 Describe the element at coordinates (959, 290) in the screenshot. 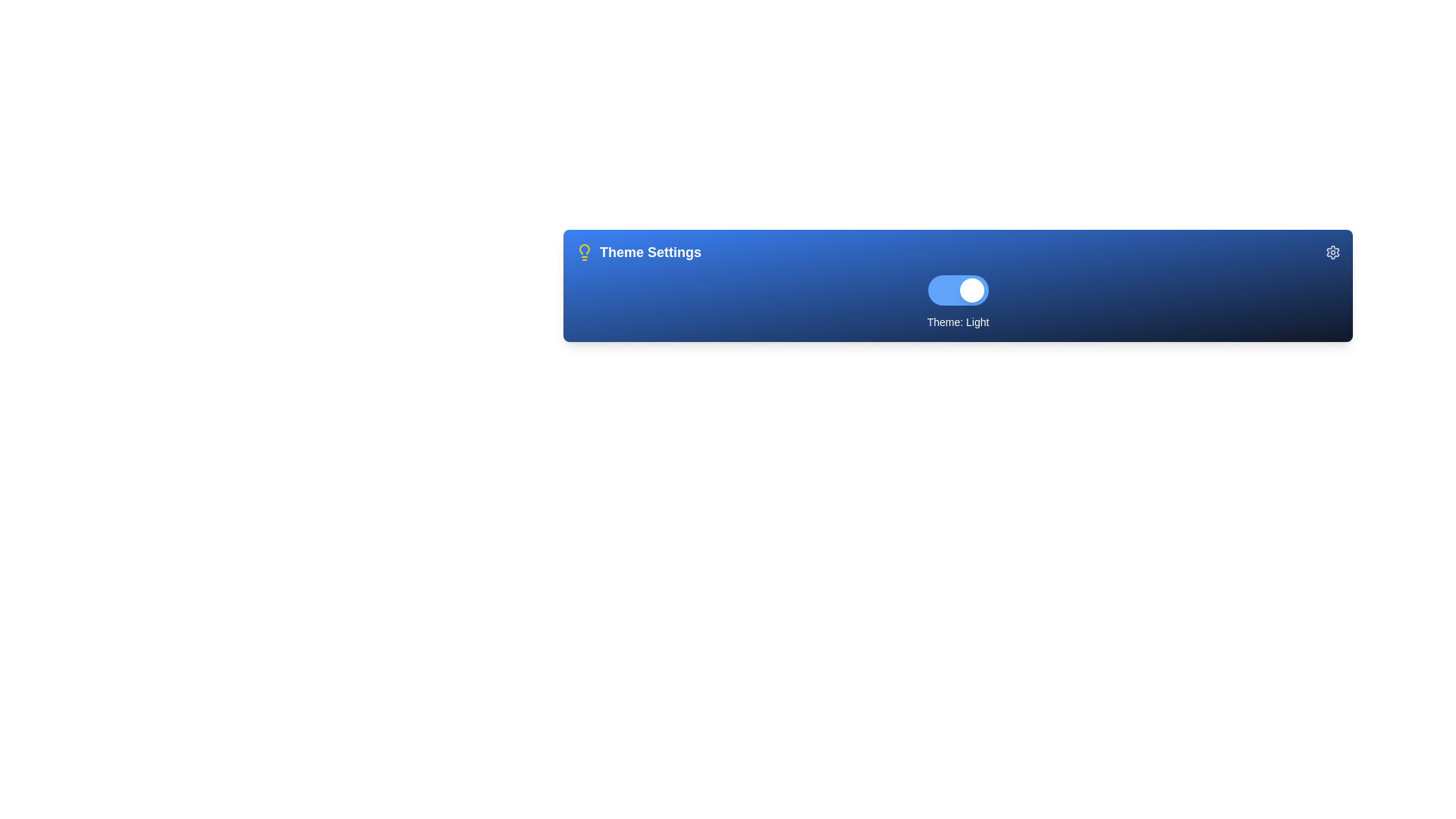

I see `the toggle` at that location.